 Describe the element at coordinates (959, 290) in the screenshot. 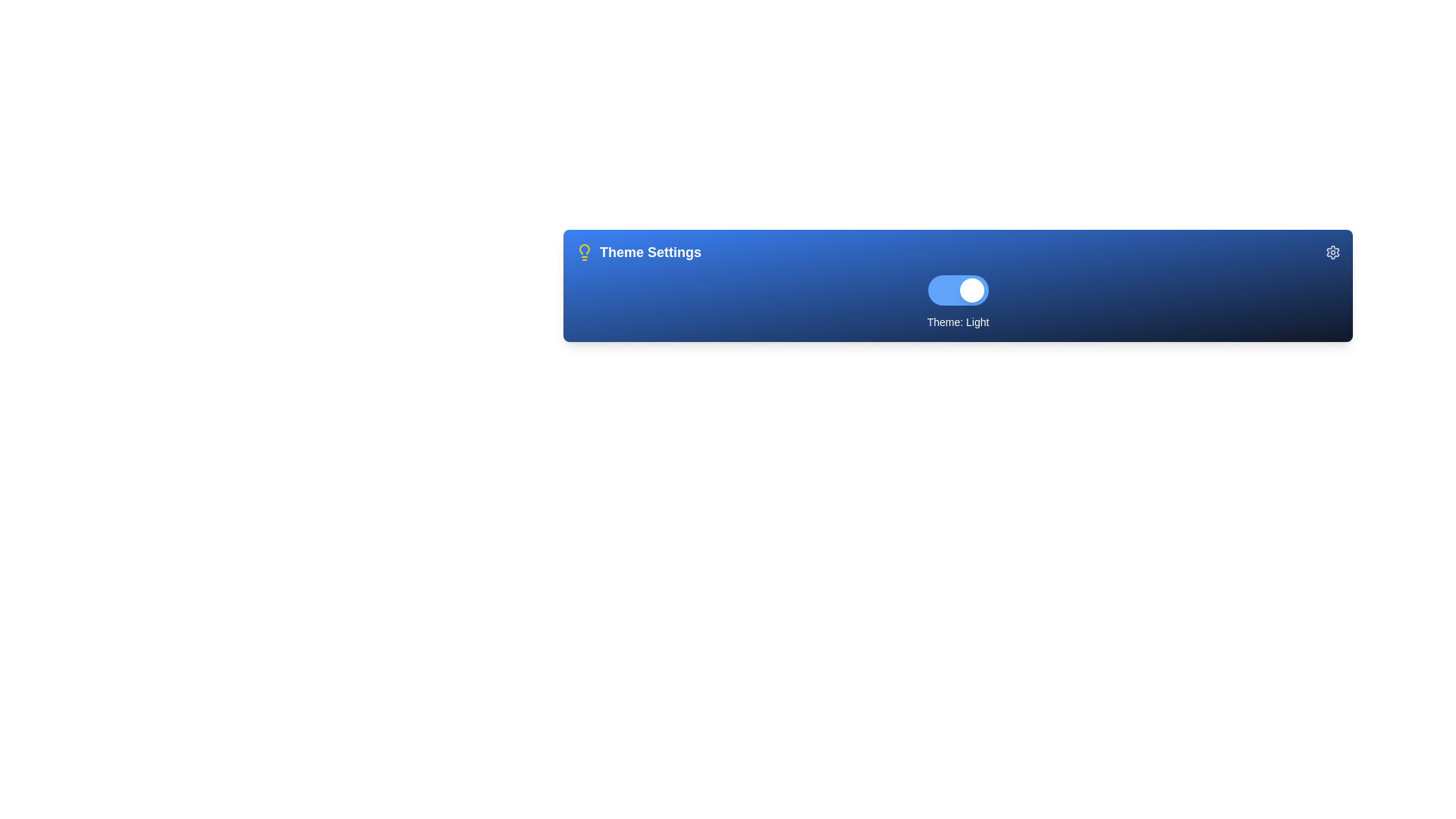

I see `the toggle` at that location.